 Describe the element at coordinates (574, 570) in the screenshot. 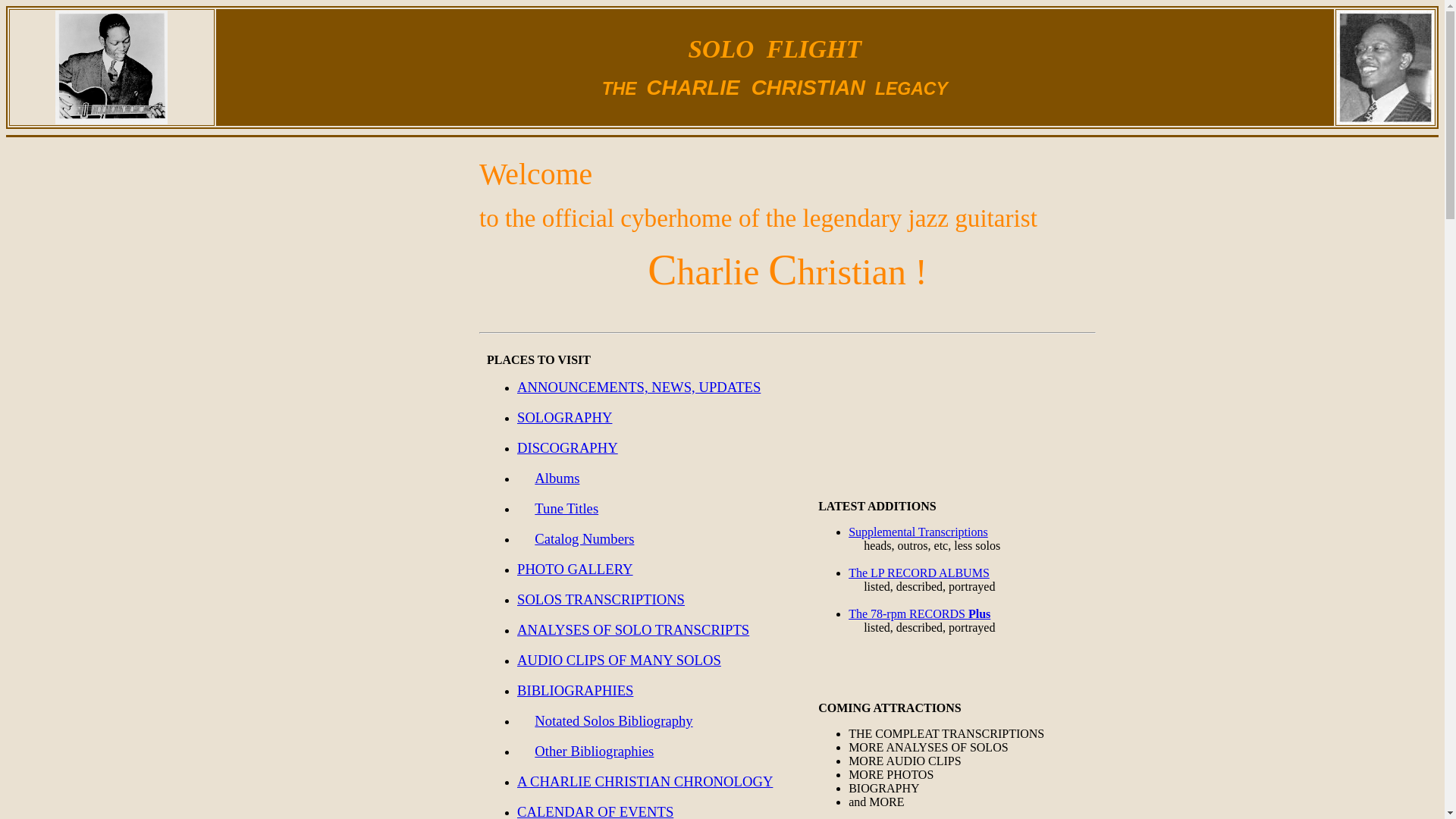

I see `'PHOTO GALLERY'` at that location.